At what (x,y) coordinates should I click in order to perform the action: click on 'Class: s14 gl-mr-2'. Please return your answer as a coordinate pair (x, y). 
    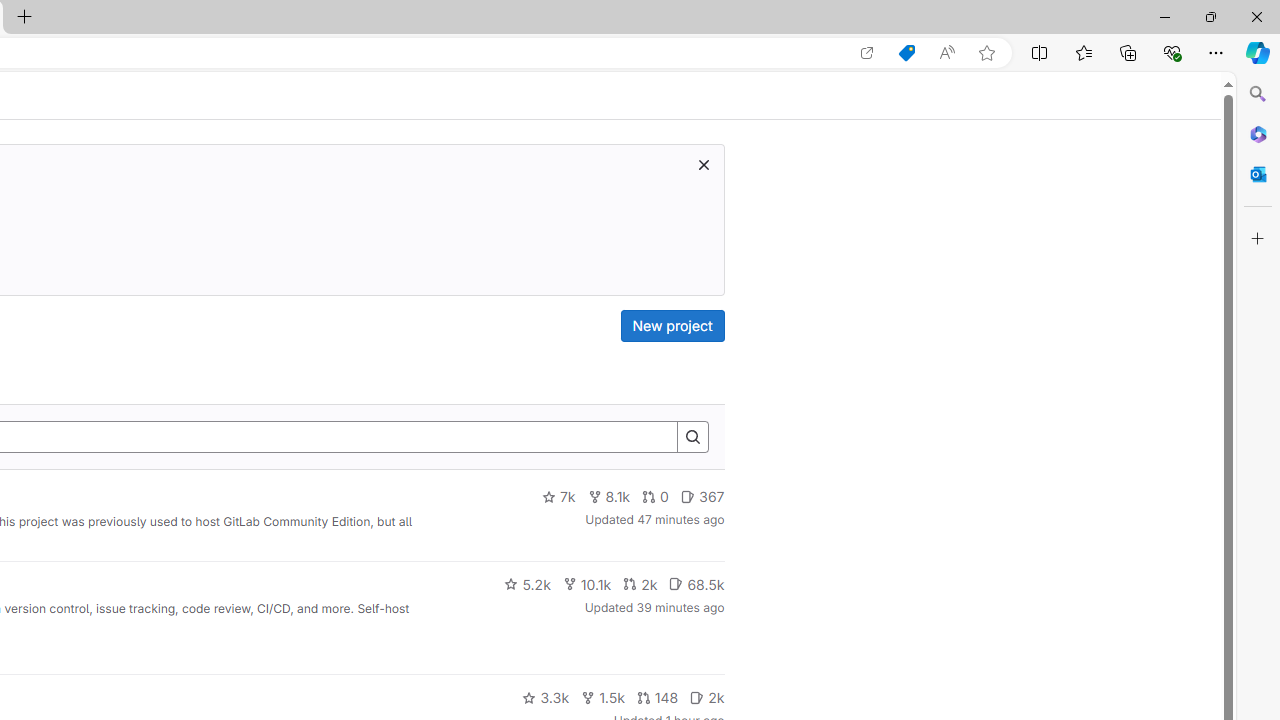
    Looking at the image, I should click on (697, 696).